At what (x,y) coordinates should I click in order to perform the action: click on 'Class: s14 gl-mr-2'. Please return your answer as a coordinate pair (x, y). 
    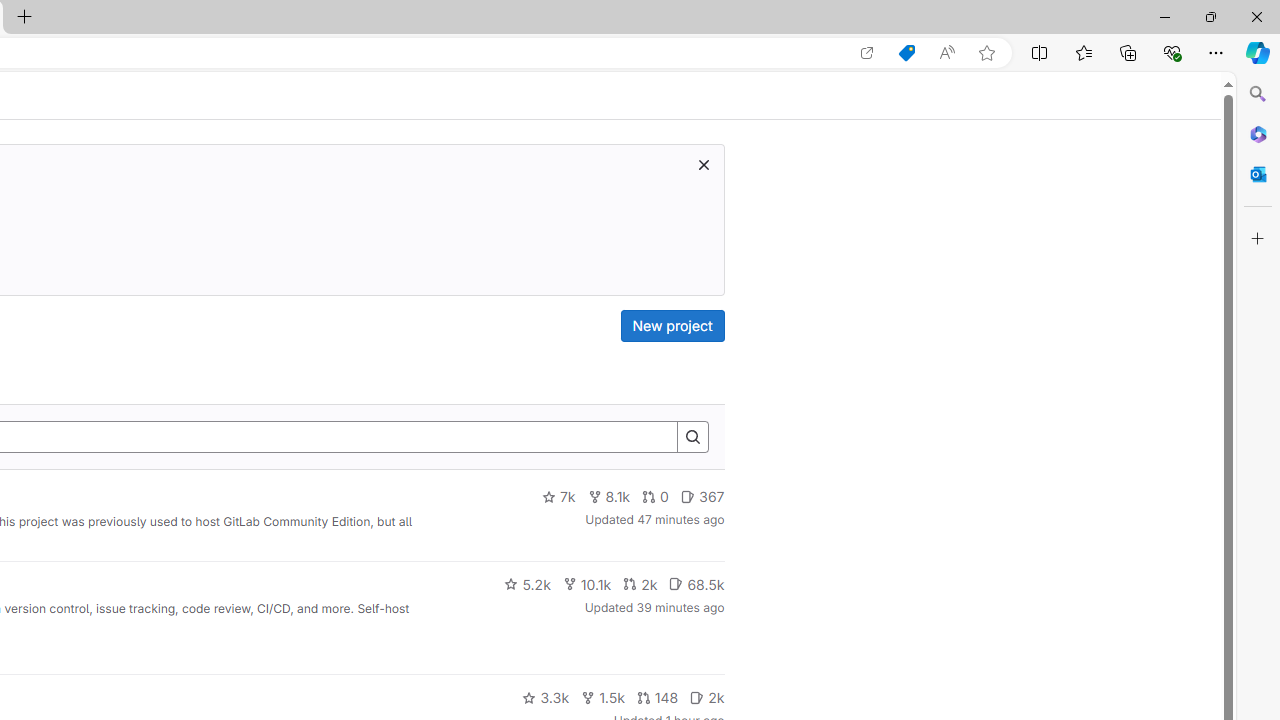
    Looking at the image, I should click on (697, 696).